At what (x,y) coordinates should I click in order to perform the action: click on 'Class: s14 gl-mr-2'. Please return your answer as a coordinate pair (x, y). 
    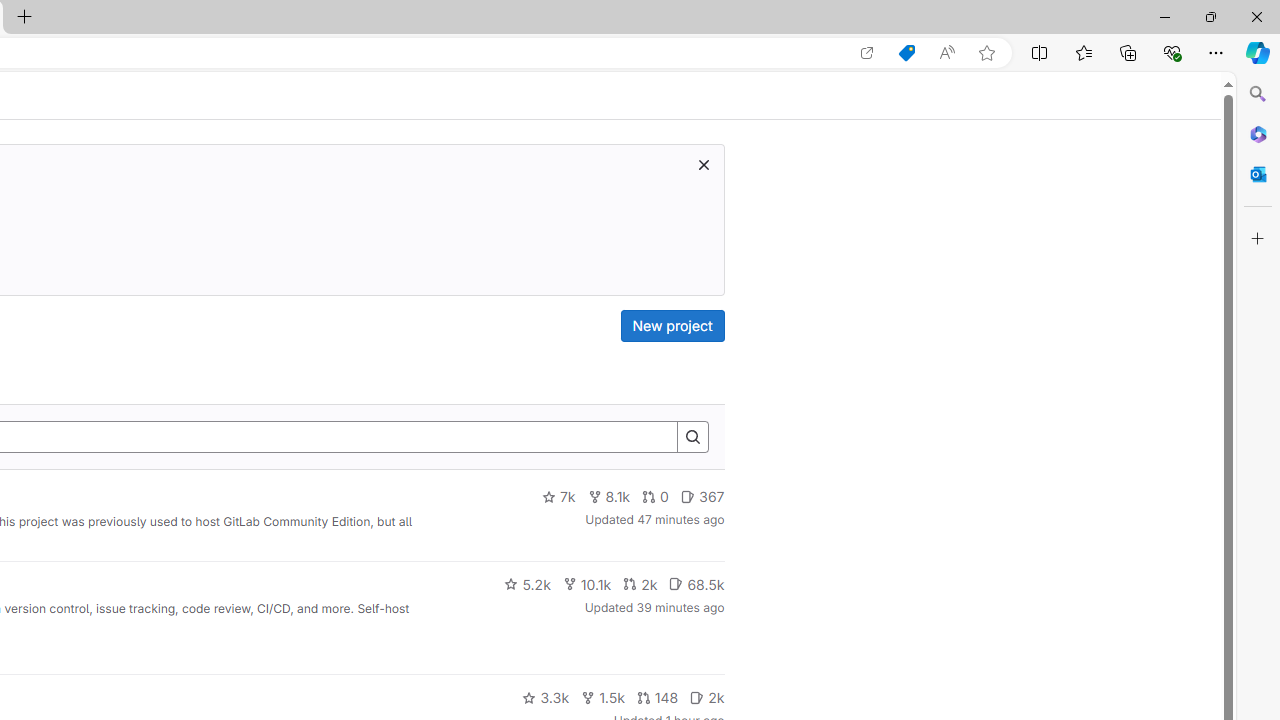
    Looking at the image, I should click on (697, 696).